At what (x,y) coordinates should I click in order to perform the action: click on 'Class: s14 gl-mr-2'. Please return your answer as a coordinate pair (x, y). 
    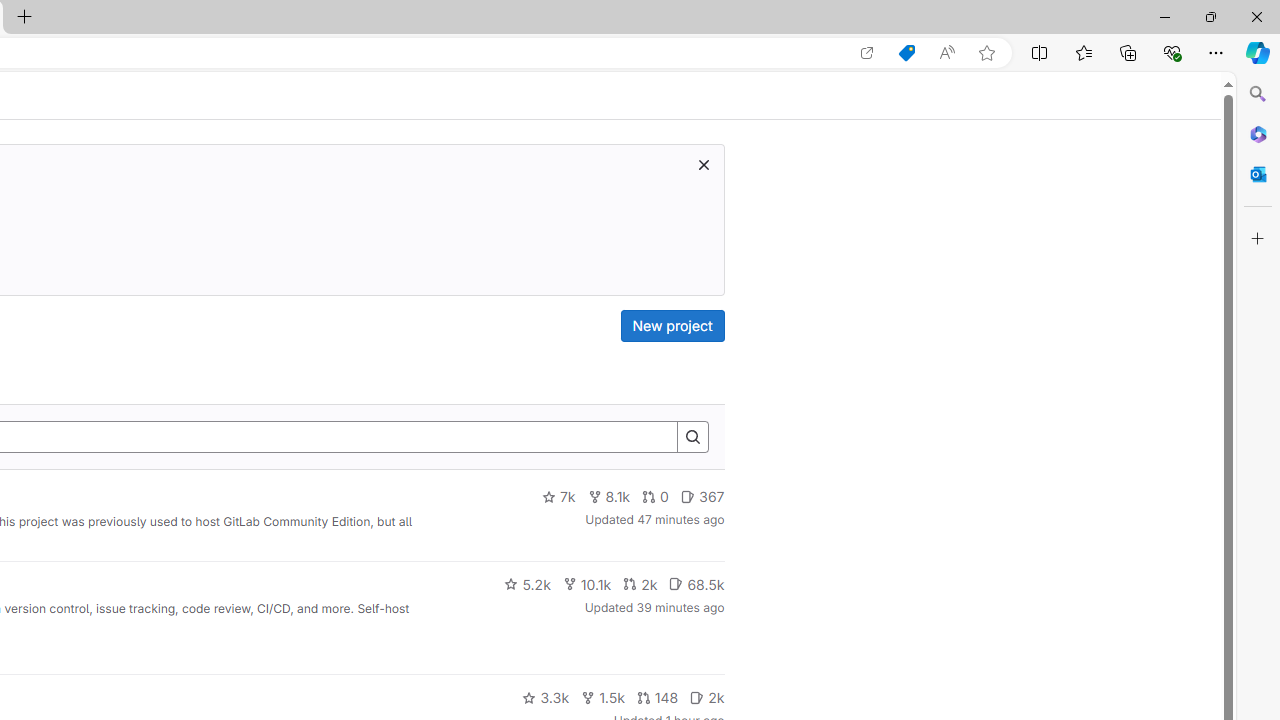
    Looking at the image, I should click on (697, 696).